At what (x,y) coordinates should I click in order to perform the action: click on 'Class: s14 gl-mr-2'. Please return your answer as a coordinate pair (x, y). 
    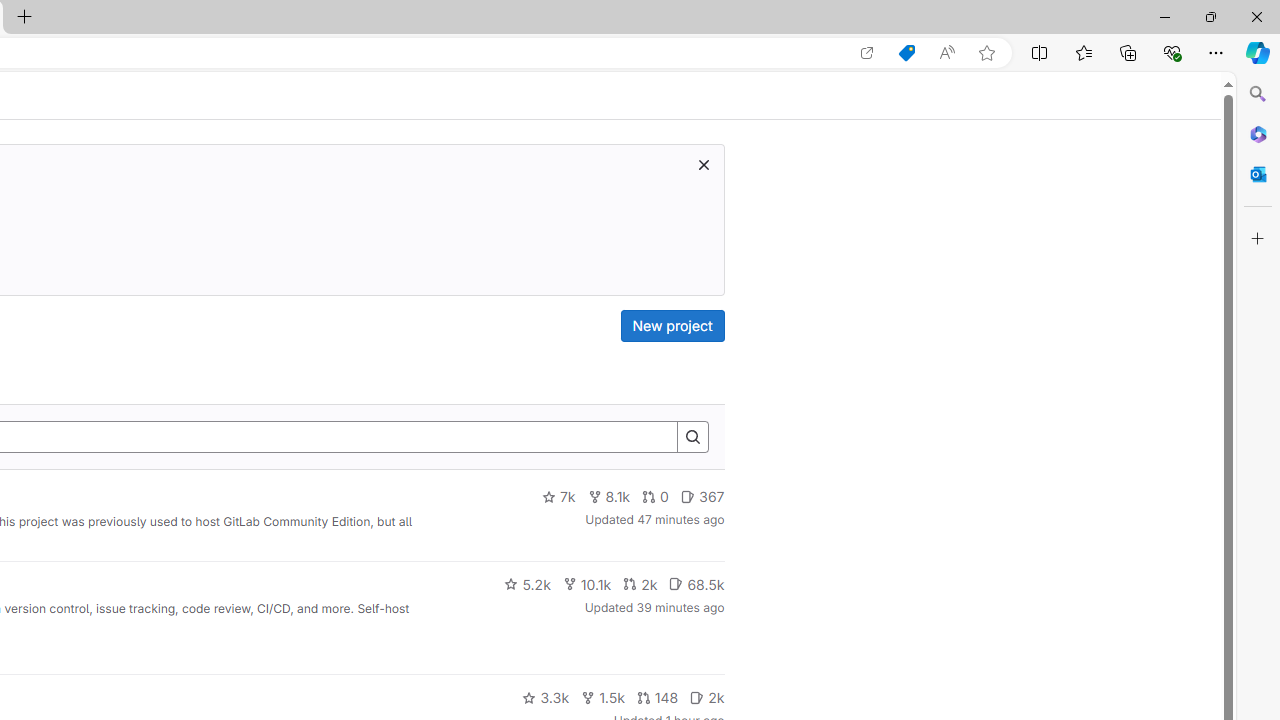
    Looking at the image, I should click on (697, 696).